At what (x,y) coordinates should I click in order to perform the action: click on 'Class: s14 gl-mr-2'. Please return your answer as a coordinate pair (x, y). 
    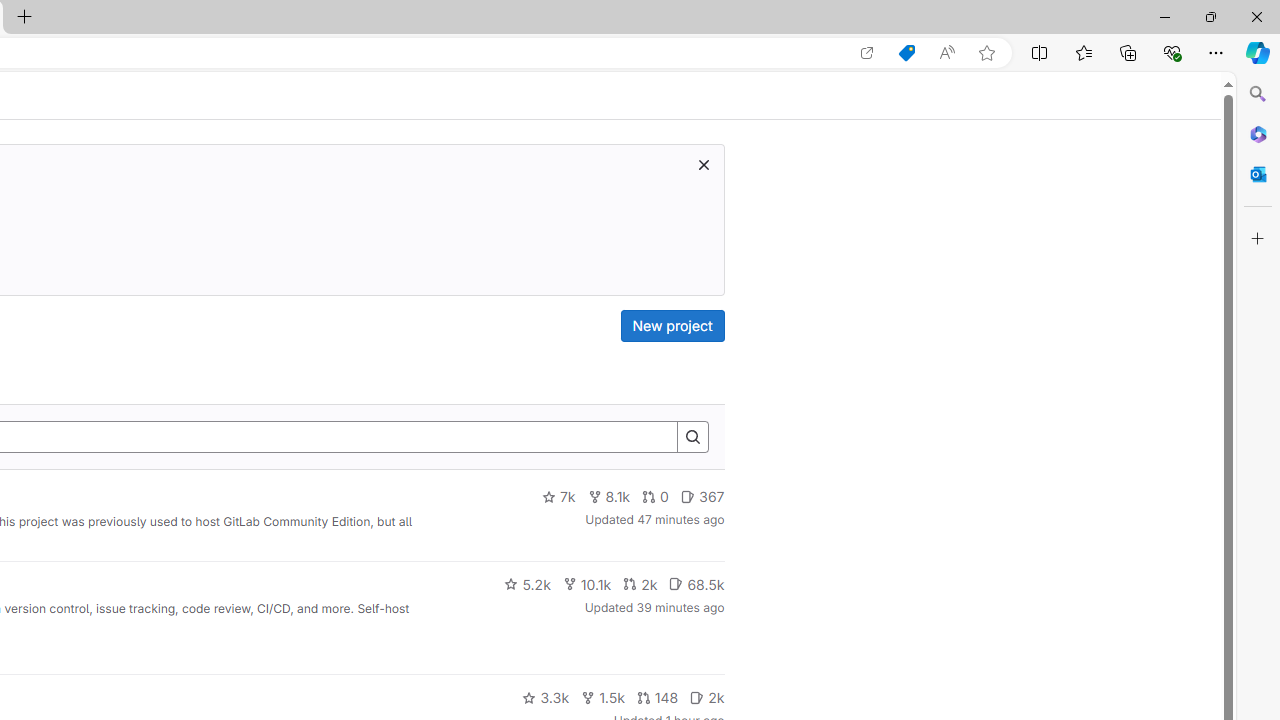
    Looking at the image, I should click on (697, 696).